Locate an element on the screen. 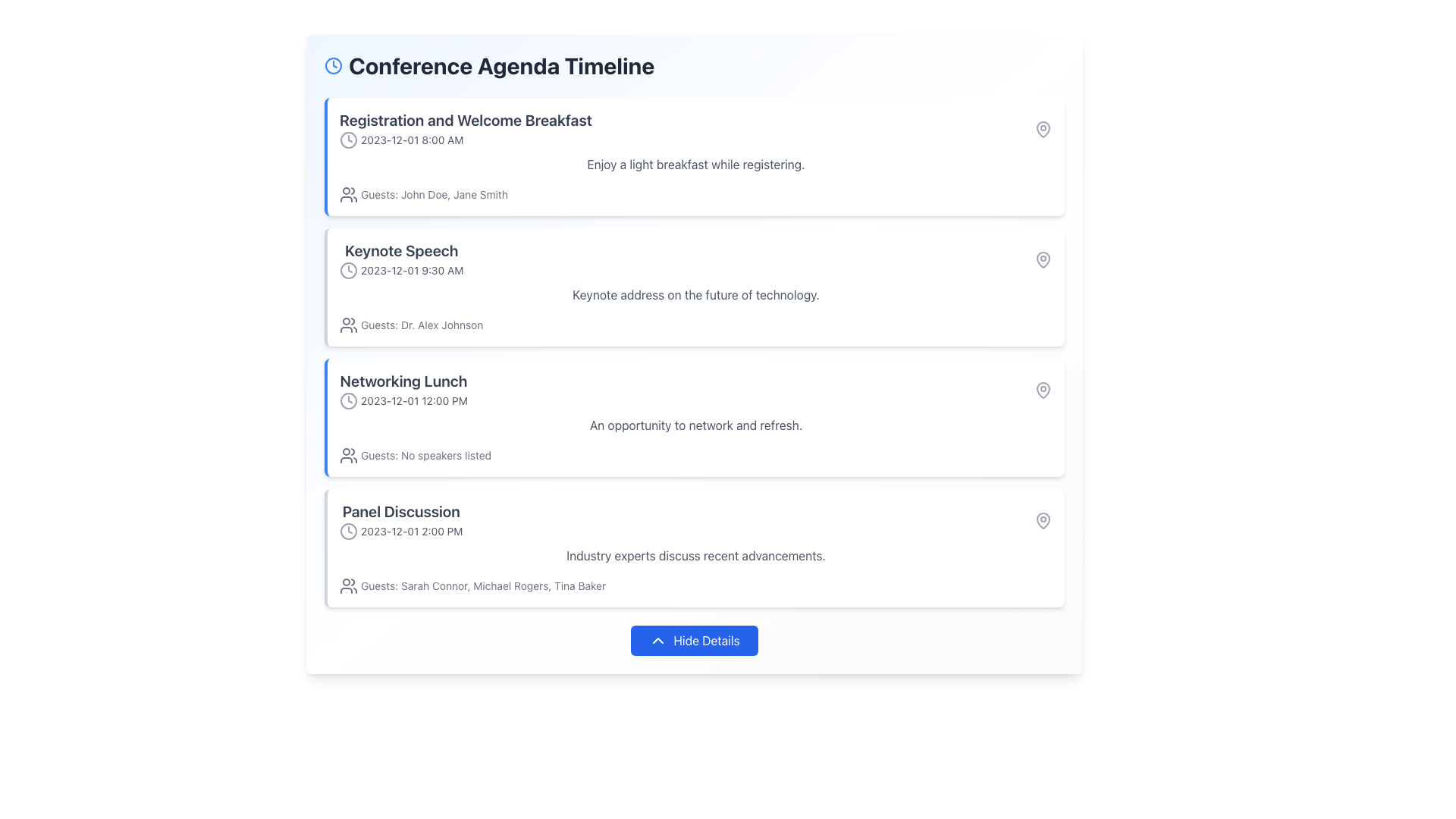  text providing additional details about the 'Registration and Welcome Breakfast' agenda item, which describes the availability of a light breakfast during the registration process is located at coordinates (695, 164).